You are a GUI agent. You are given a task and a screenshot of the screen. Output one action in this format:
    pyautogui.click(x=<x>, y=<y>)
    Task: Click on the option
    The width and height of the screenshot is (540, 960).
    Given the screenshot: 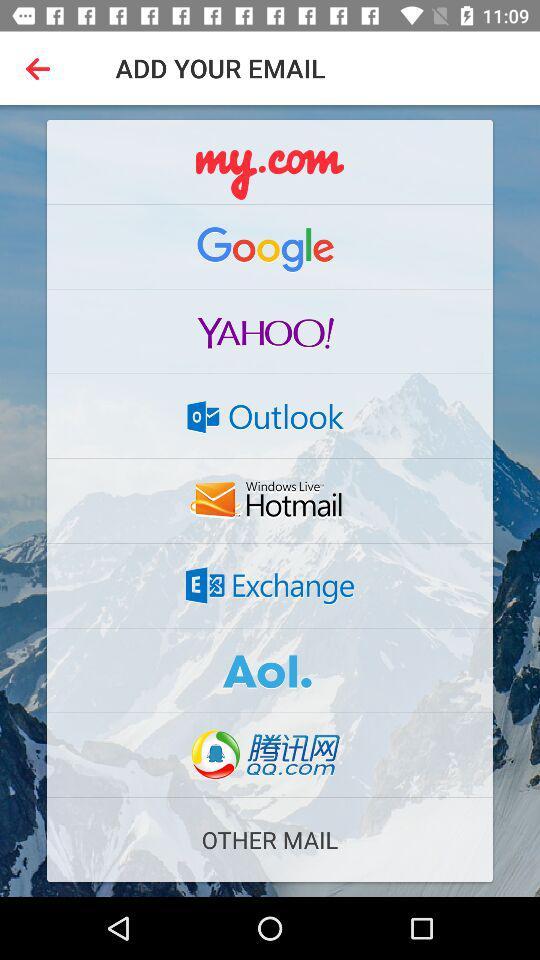 What is the action you would take?
    pyautogui.click(x=270, y=670)
    